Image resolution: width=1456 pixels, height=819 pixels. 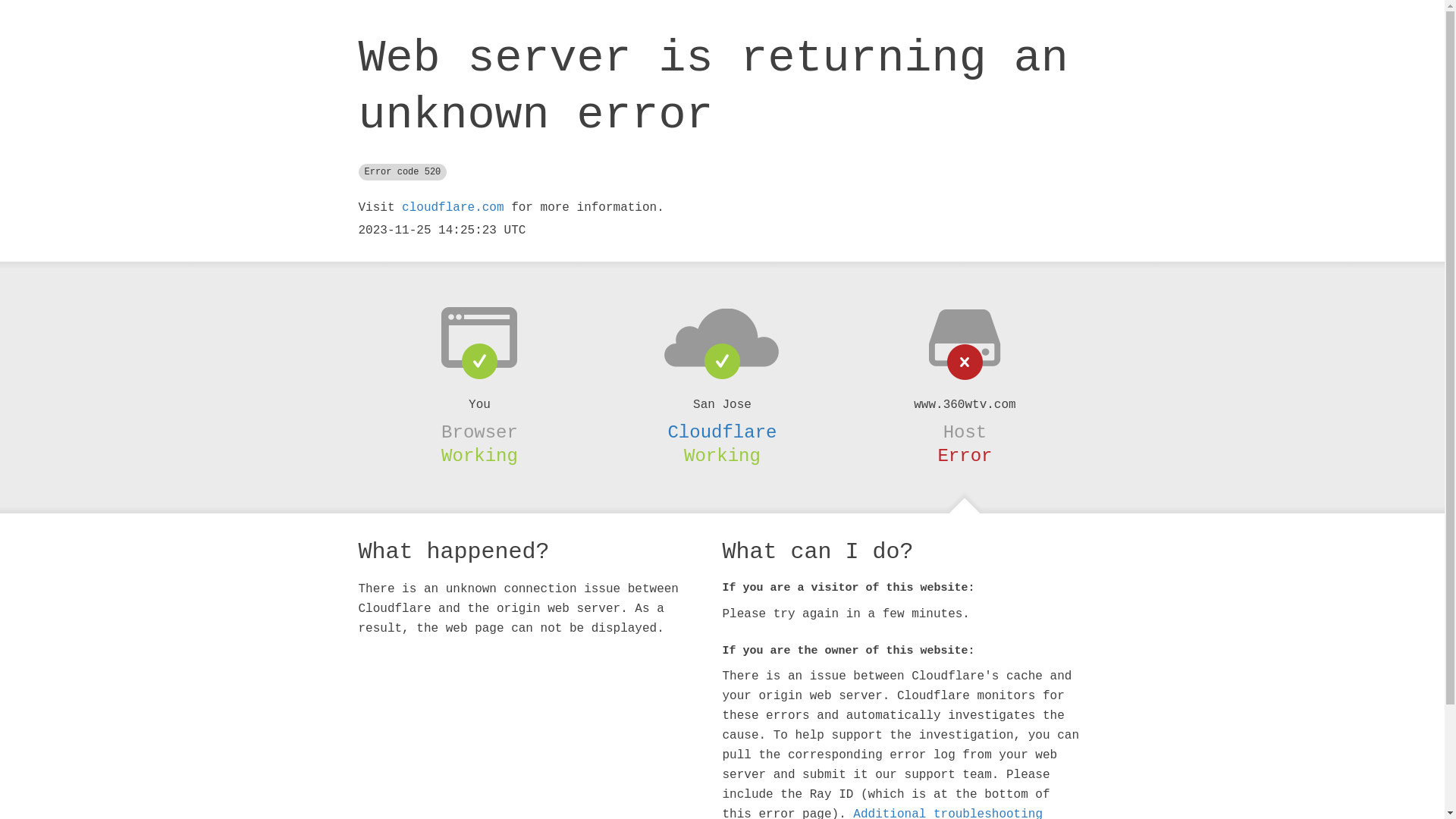 What do you see at coordinates (720, 432) in the screenshot?
I see `'Cloudflare'` at bounding box center [720, 432].